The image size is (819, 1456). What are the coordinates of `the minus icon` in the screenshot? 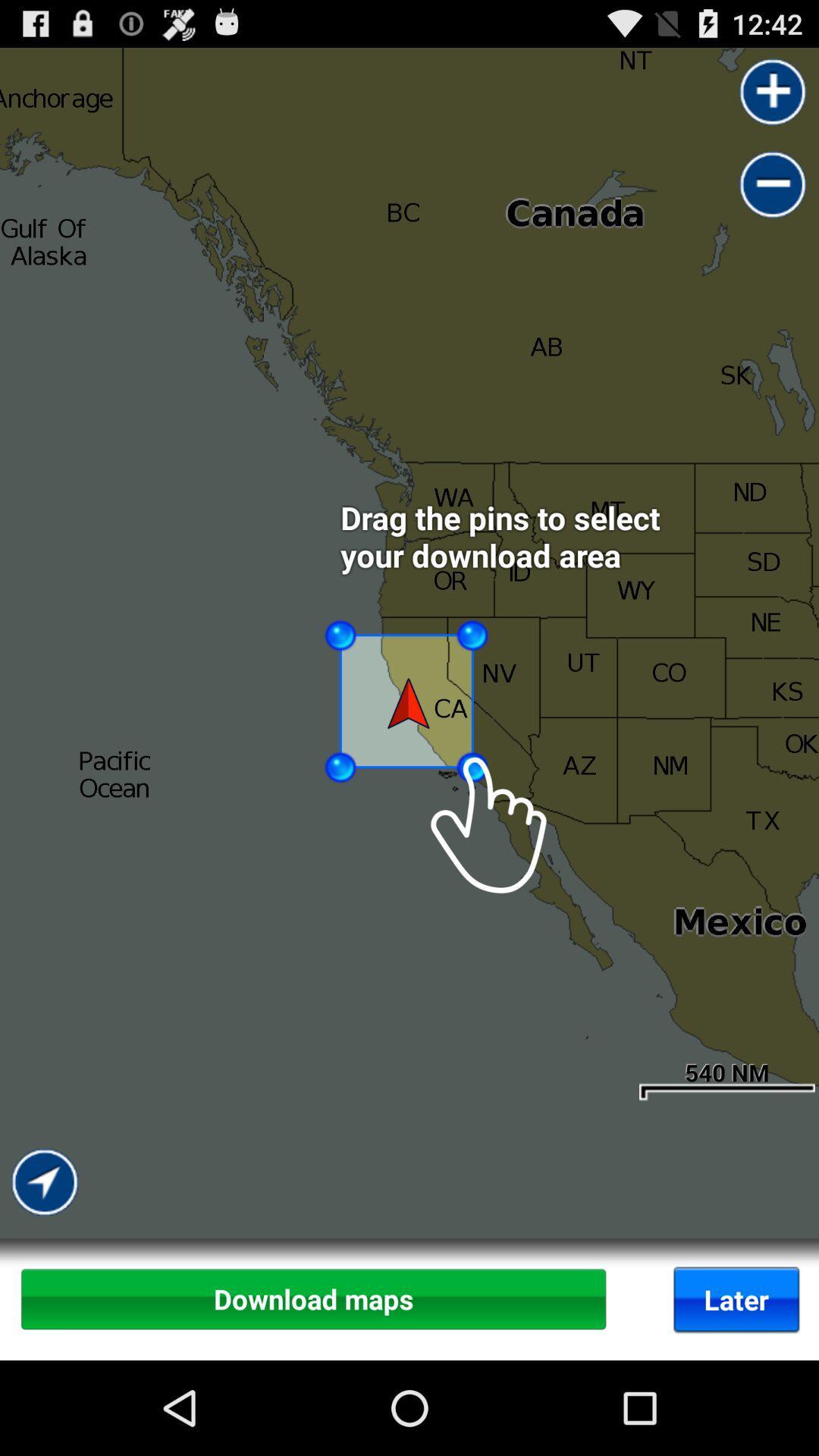 It's located at (773, 197).